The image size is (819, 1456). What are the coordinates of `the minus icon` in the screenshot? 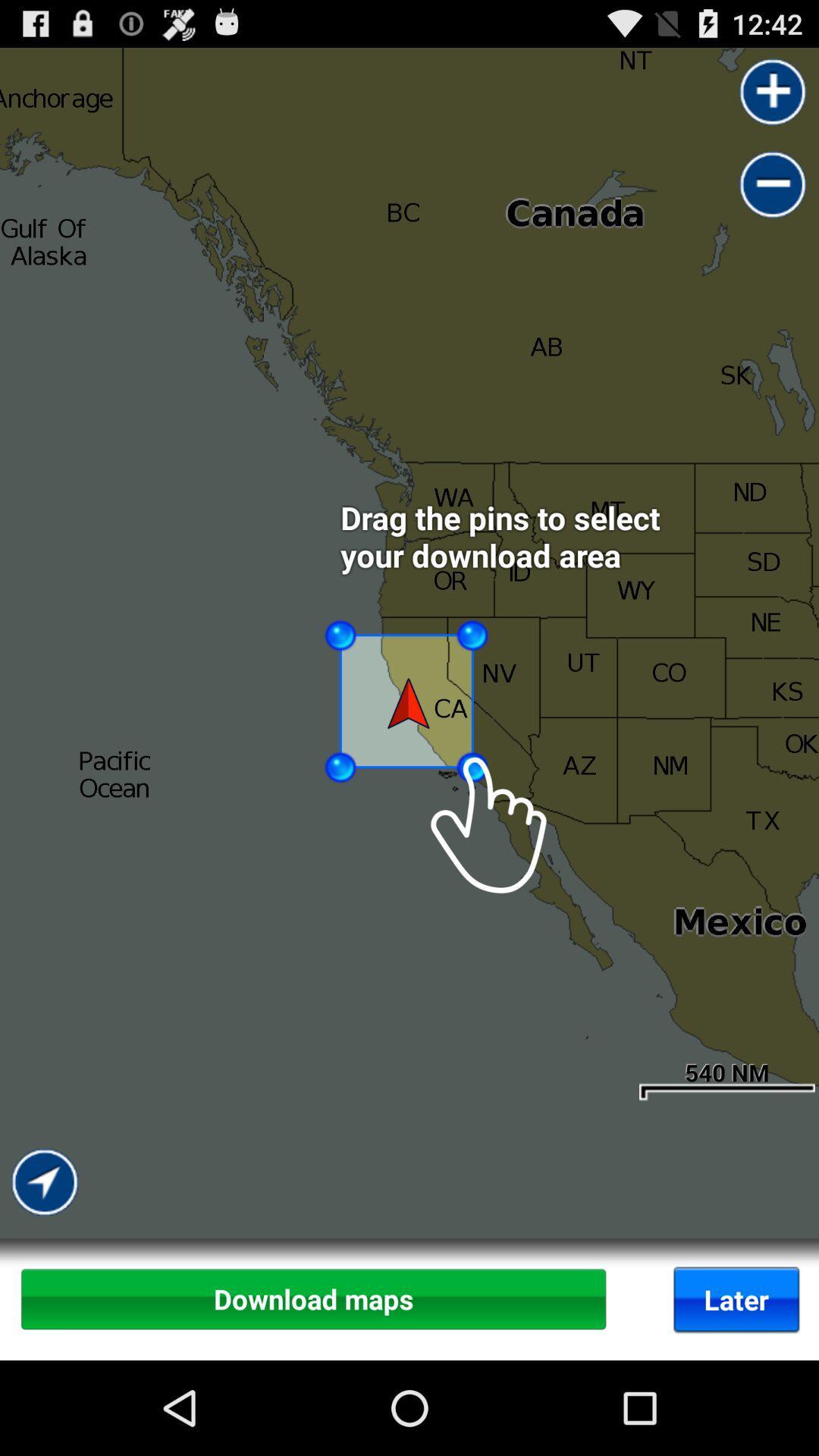 It's located at (773, 197).